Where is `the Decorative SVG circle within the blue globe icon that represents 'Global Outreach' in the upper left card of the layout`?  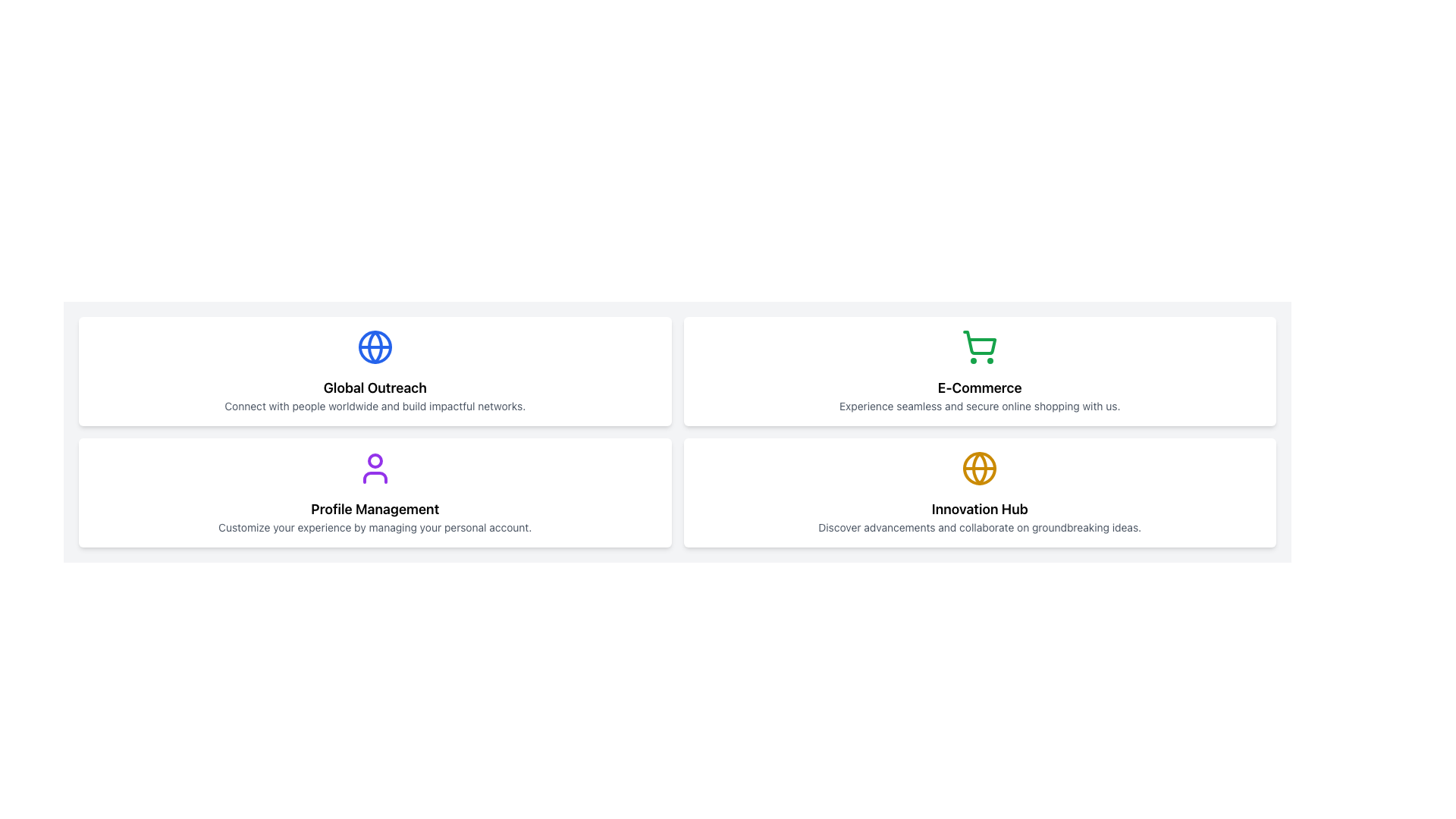 the Decorative SVG circle within the blue globe icon that represents 'Global Outreach' in the upper left card of the layout is located at coordinates (375, 347).